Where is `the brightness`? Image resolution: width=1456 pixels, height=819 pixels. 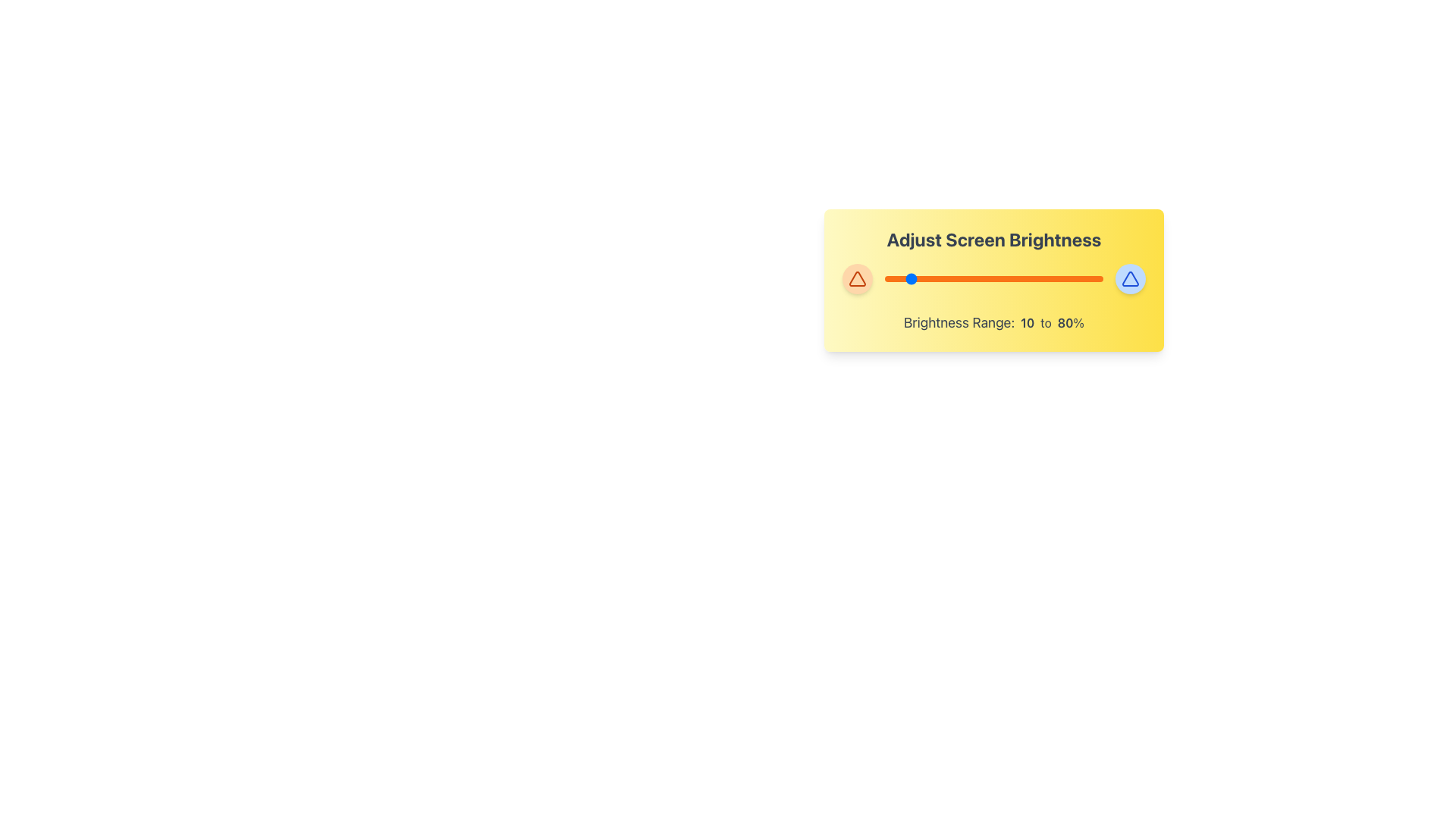
the brightness is located at coordinates (927, 278).